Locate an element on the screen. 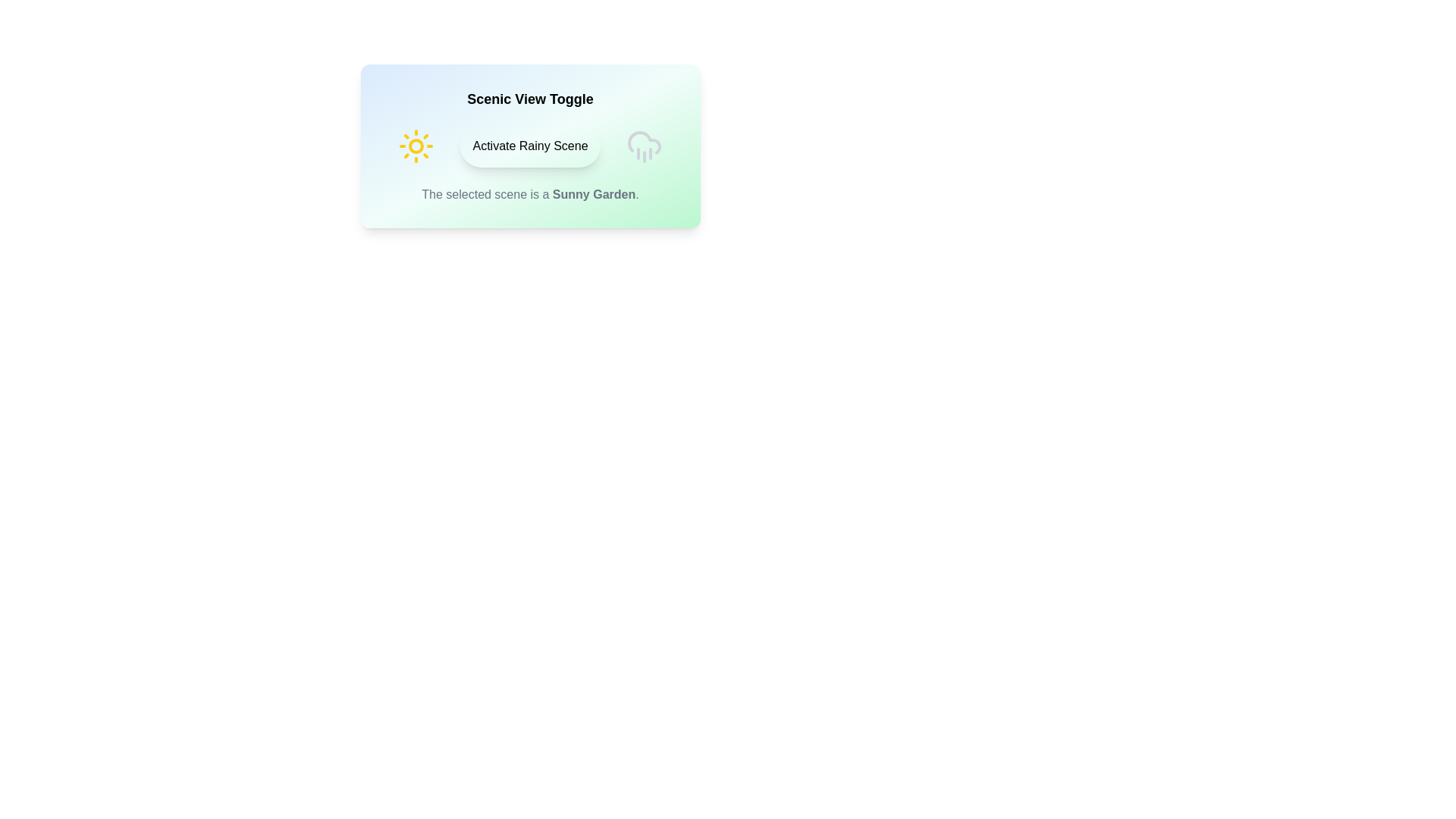 This screenshot has height=819, width=1456. button in the center of the component to toggle the scenic view is located at coordinates (530, 146).